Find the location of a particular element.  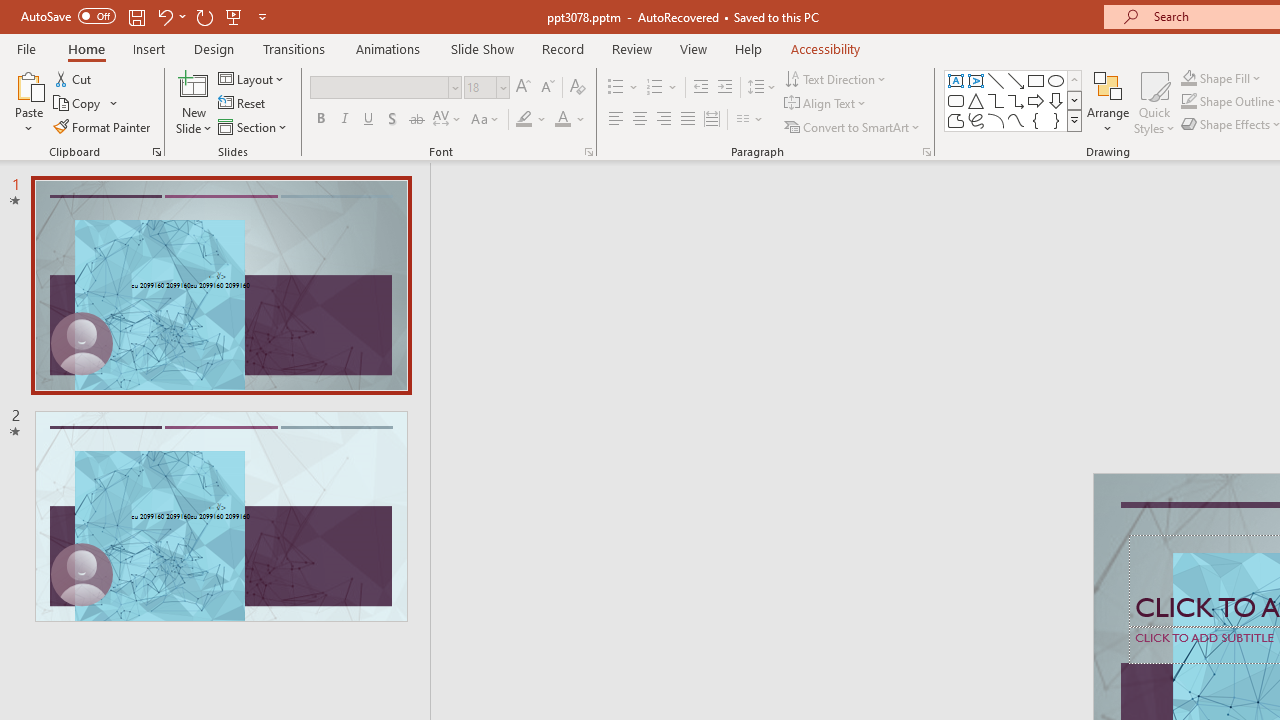

'Clear Formatting' is located at coordinates (576, 86).